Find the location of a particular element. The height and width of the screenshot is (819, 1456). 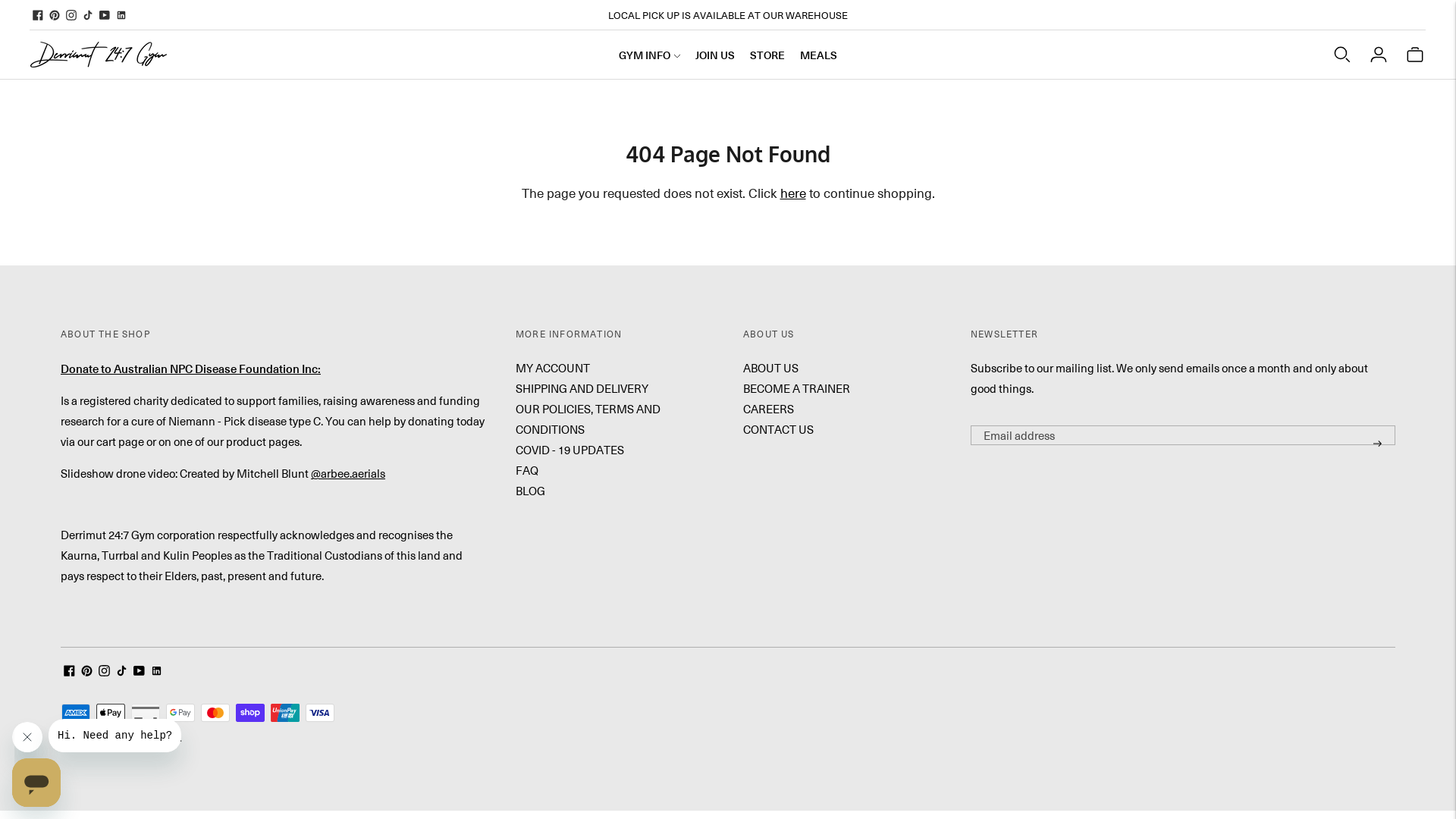

'Derrimut 24:7 Gym on Facebook' is located at coordinates (37, 14).